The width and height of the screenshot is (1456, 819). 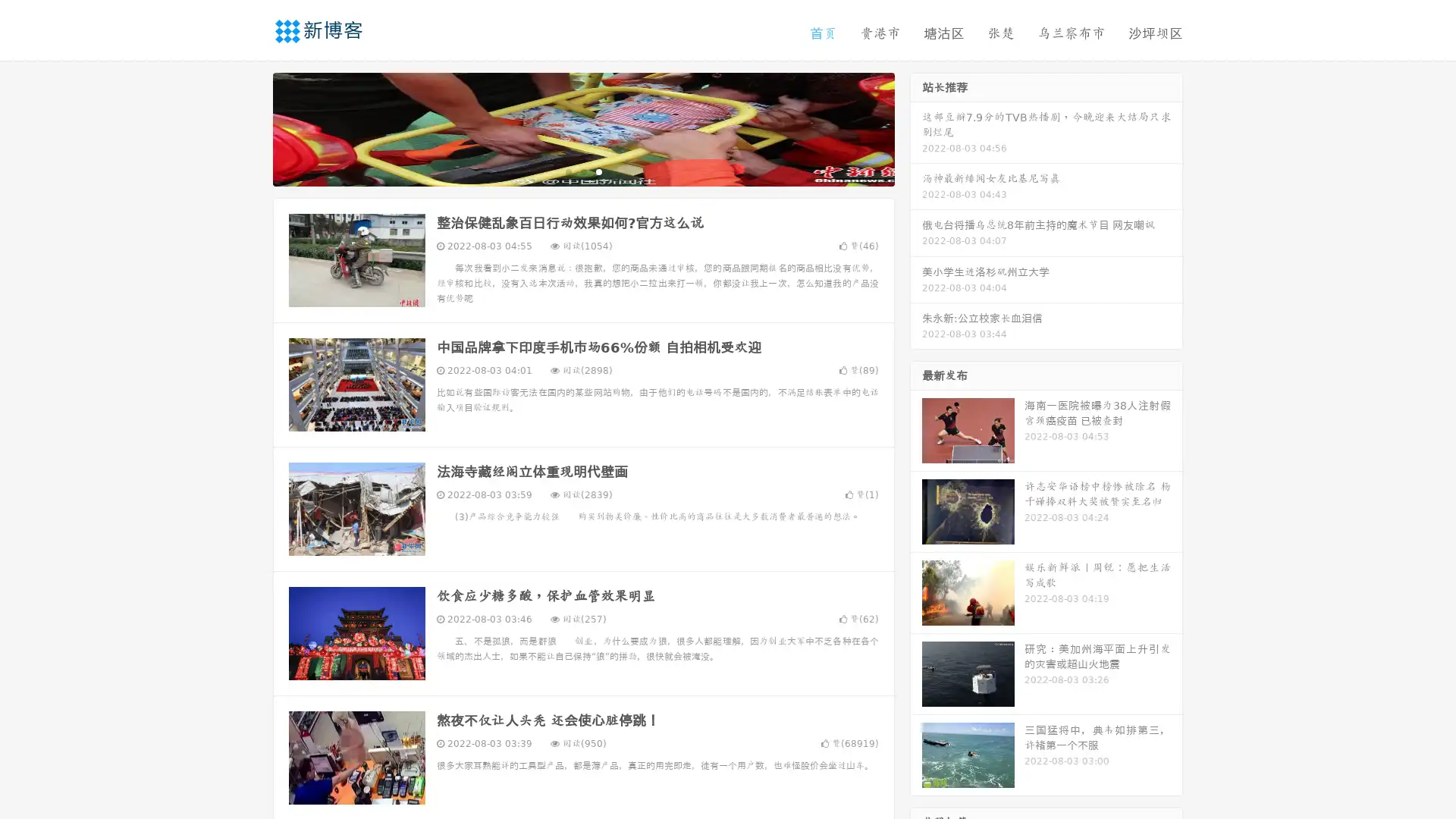 I want to click on Next slide, so click(x=916, y=127).